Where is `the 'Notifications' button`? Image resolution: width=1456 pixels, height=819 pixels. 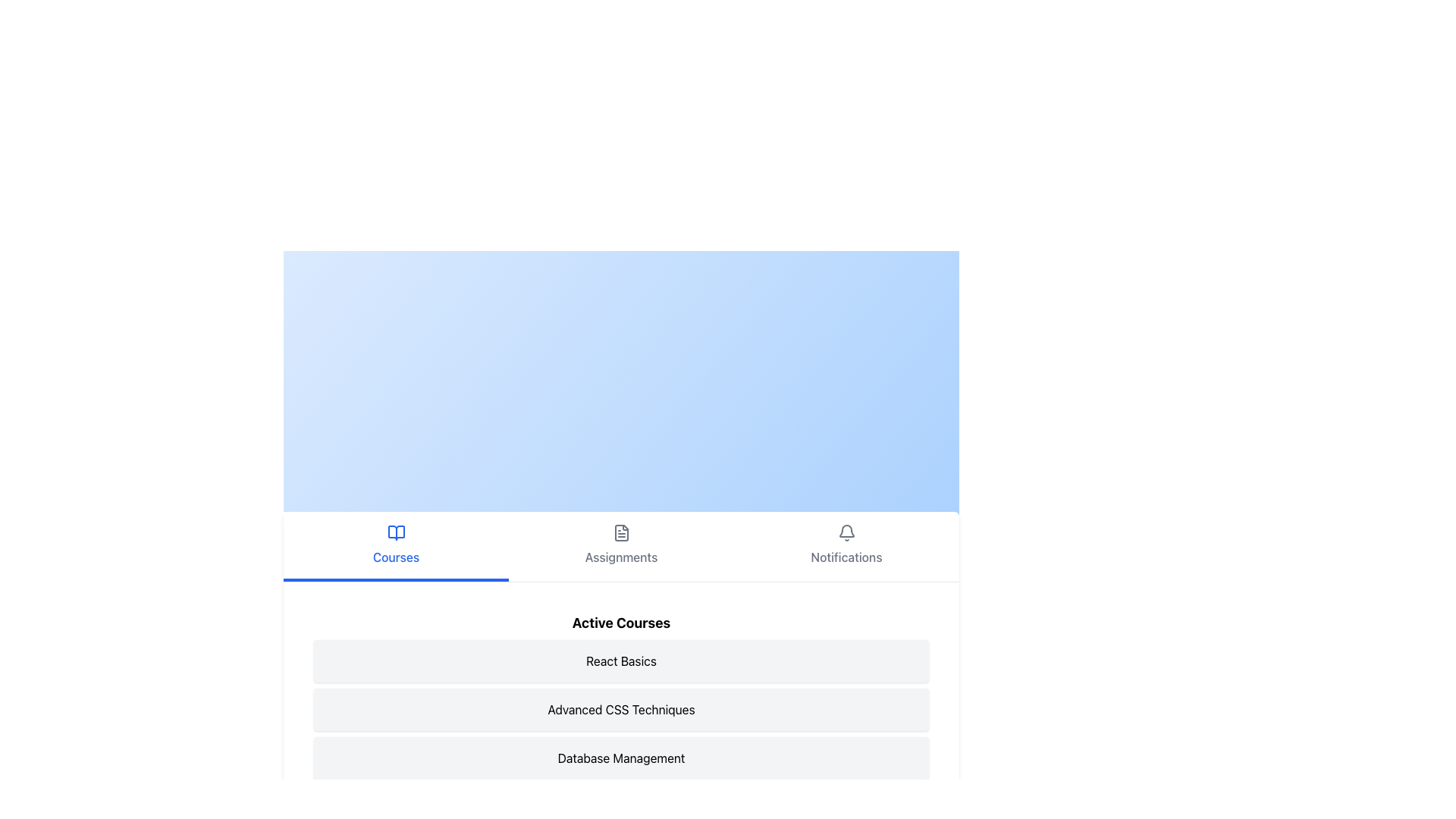
the 'Notifications' button is located at coordinates (846, 546).